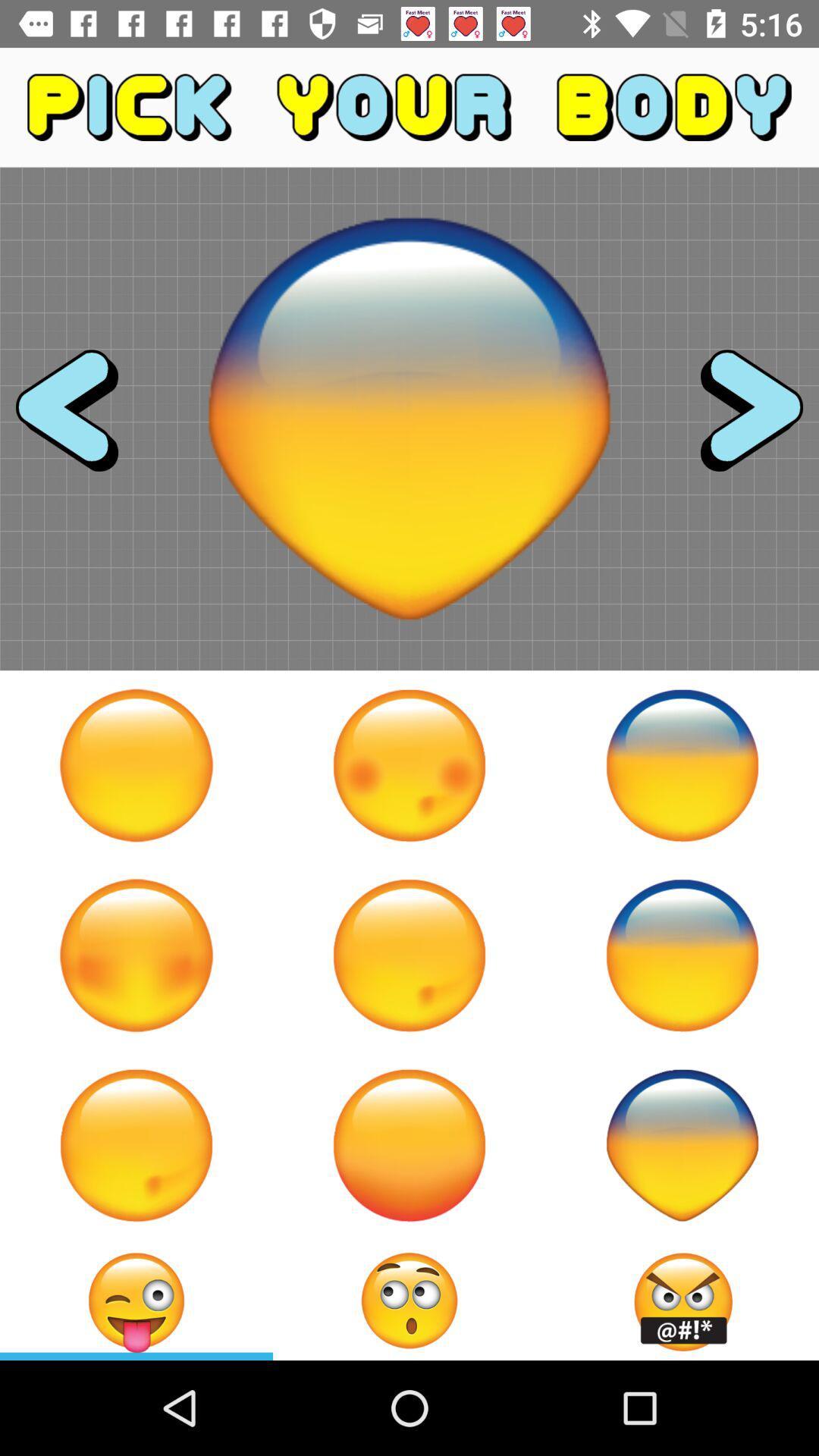  Describe the element at coordinates (409, 1145) in the screenshot. I see `body style` at that location.